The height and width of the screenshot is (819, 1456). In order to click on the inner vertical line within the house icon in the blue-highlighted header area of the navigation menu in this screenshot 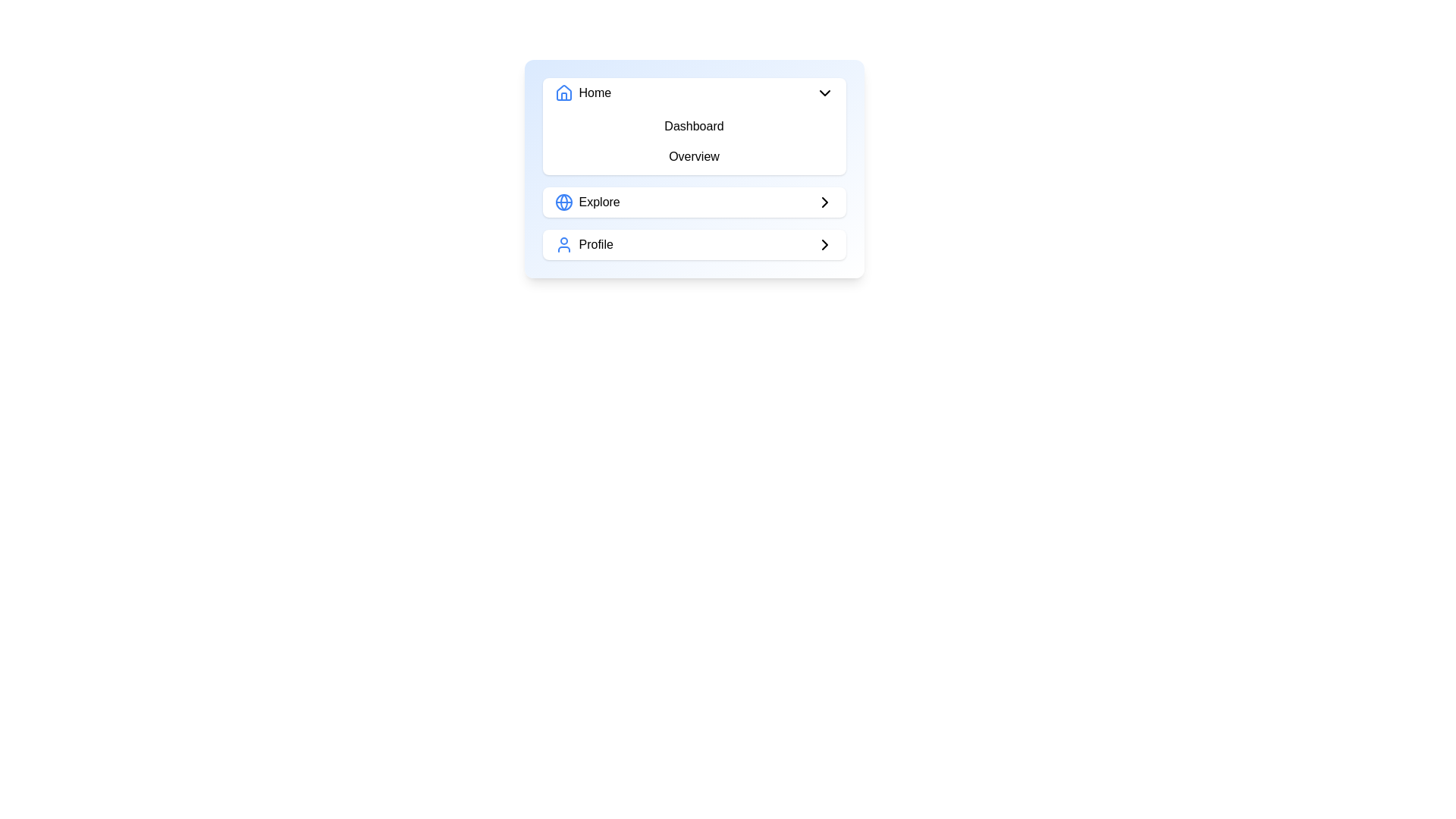, I will do `click(563, 96)`.